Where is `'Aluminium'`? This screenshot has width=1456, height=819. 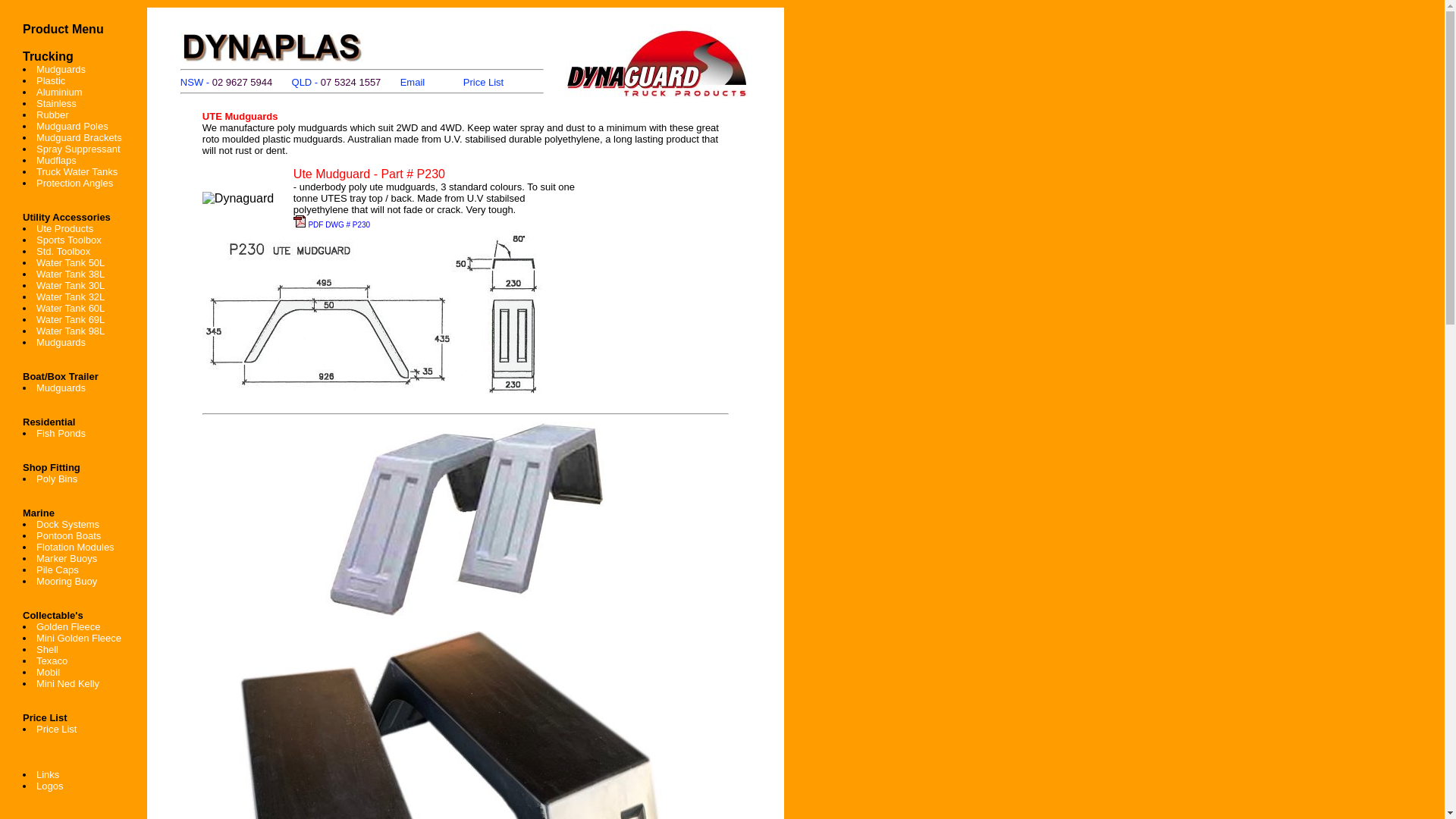
'Aluminium' is located at coordinates (59, 92).